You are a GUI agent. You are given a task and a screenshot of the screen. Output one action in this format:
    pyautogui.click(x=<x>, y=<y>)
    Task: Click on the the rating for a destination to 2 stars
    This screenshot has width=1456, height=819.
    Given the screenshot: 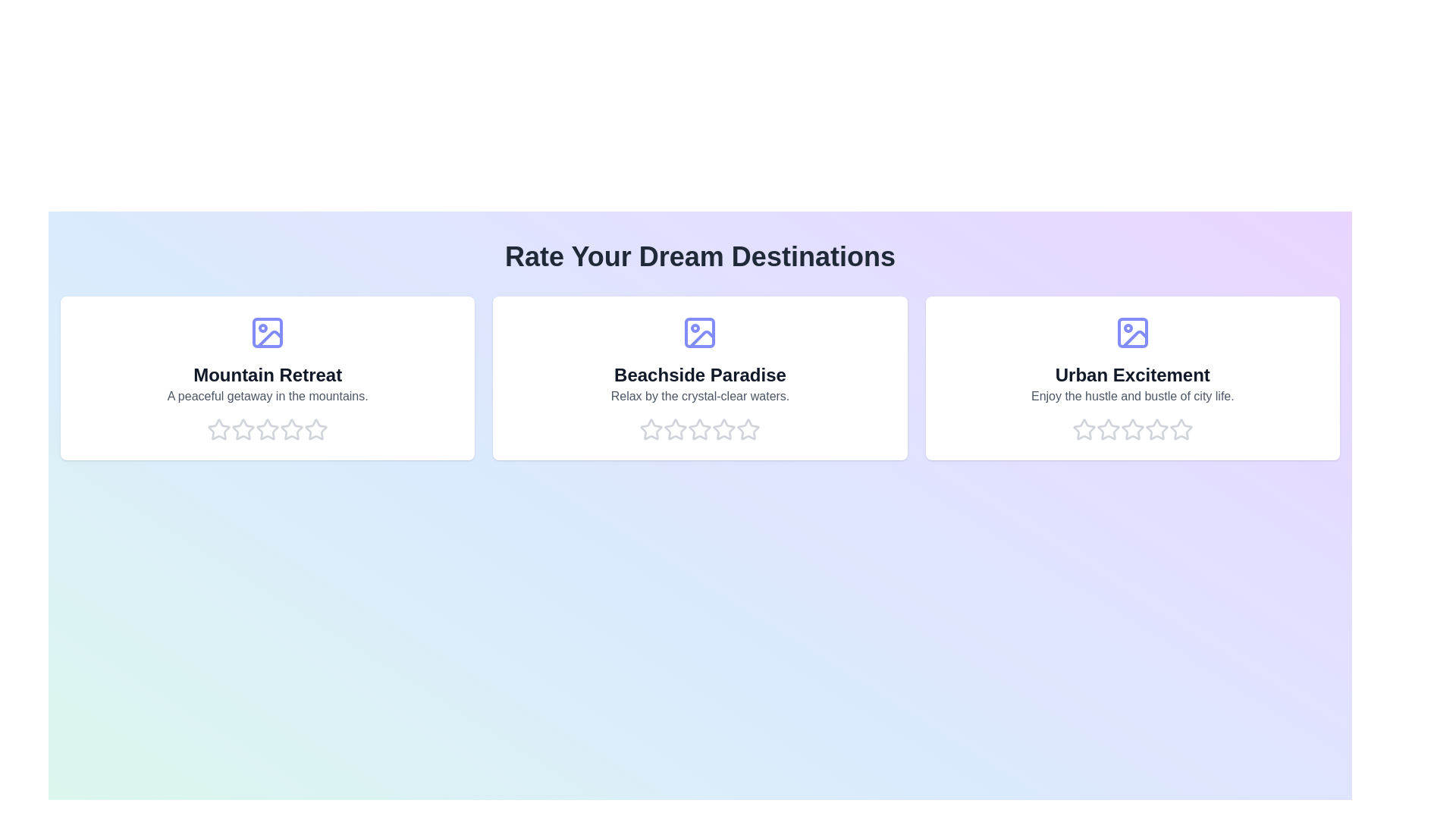 What is the action you would take?
    pyautogui.click(x=243, y=430)
    